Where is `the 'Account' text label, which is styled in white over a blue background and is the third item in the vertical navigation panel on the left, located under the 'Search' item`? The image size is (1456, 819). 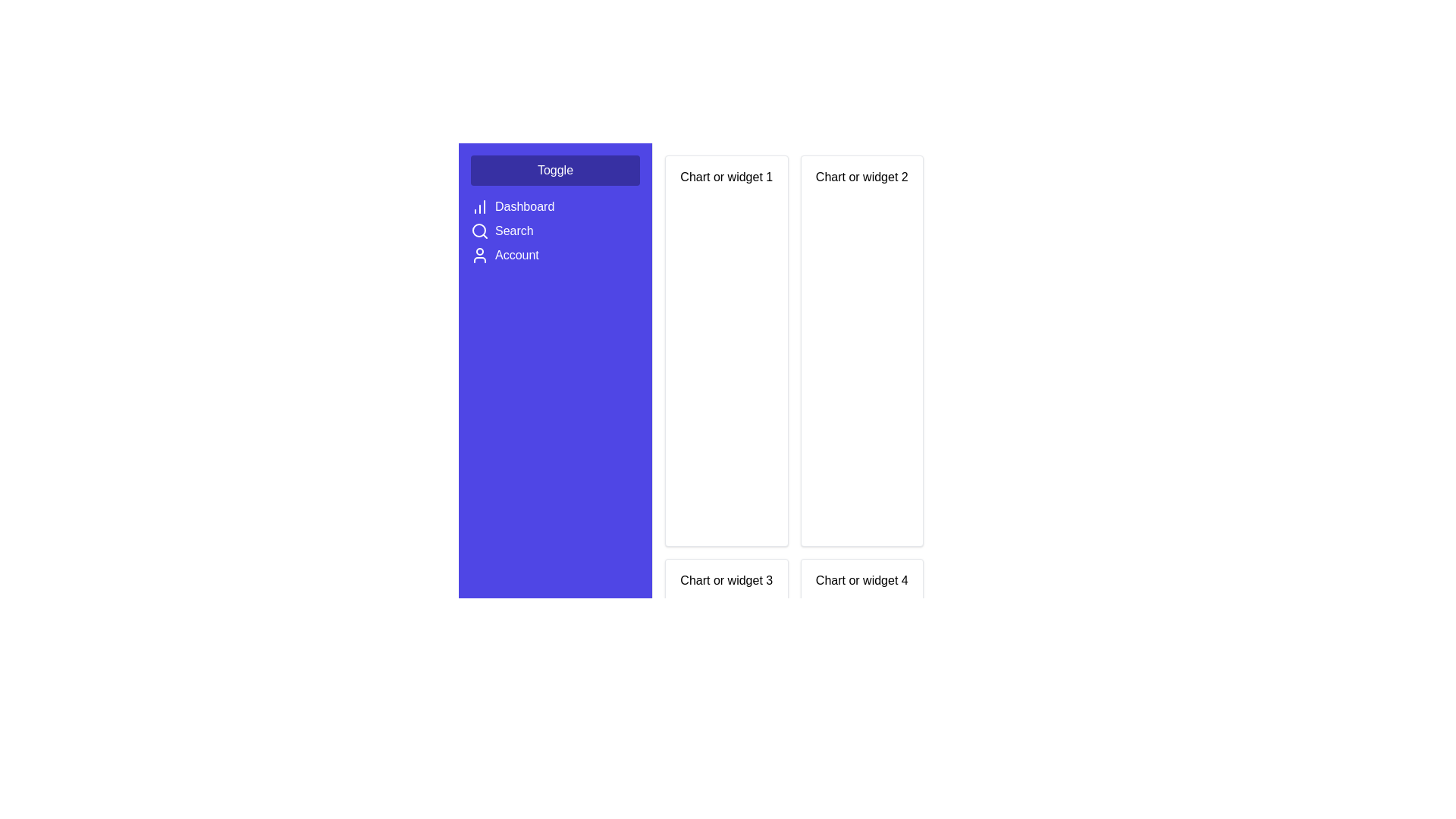 the 'Account' text label, which is styled in white over a blue background and is the third item in the vertical navigation panel on the left, located under the 'Search' item is located at coordinates (516, 254).